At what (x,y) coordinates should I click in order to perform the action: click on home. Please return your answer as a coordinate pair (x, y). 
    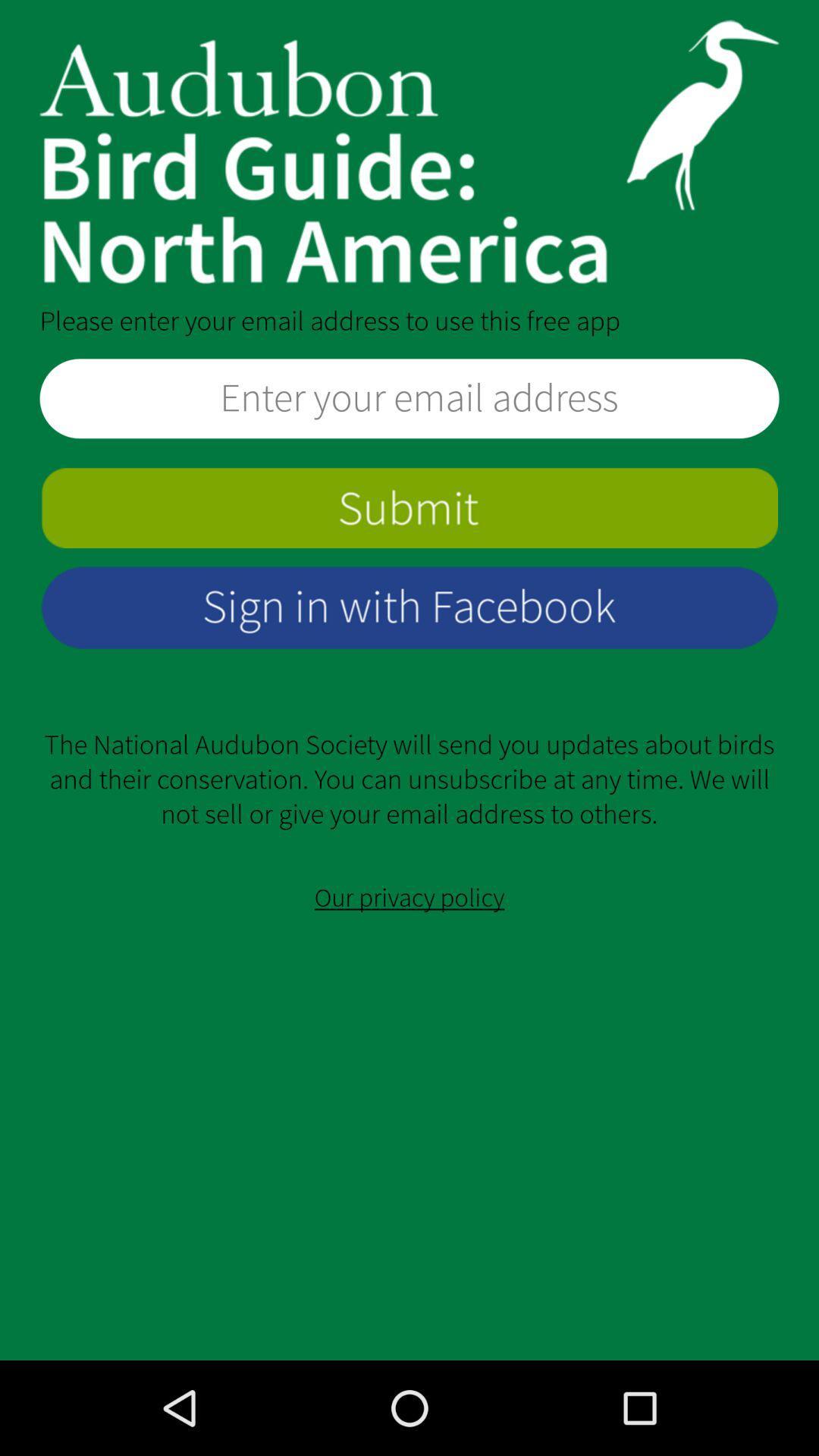
    Looking at the image, I should click on (409, 152).